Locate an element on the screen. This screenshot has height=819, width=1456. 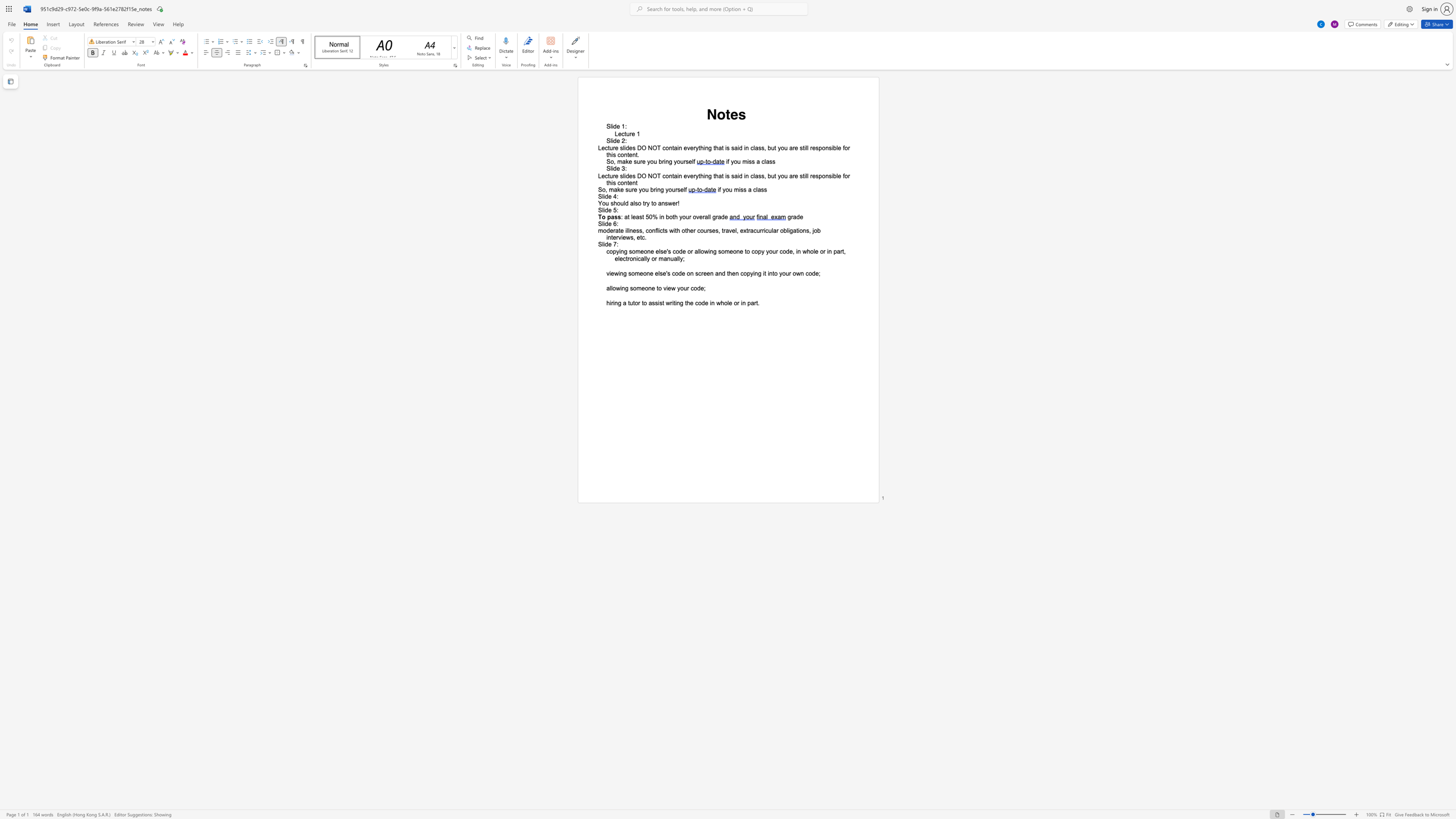
the subset text "r in part." within the text "writing the code in whole or in part." is located at coordinates (737, 302).